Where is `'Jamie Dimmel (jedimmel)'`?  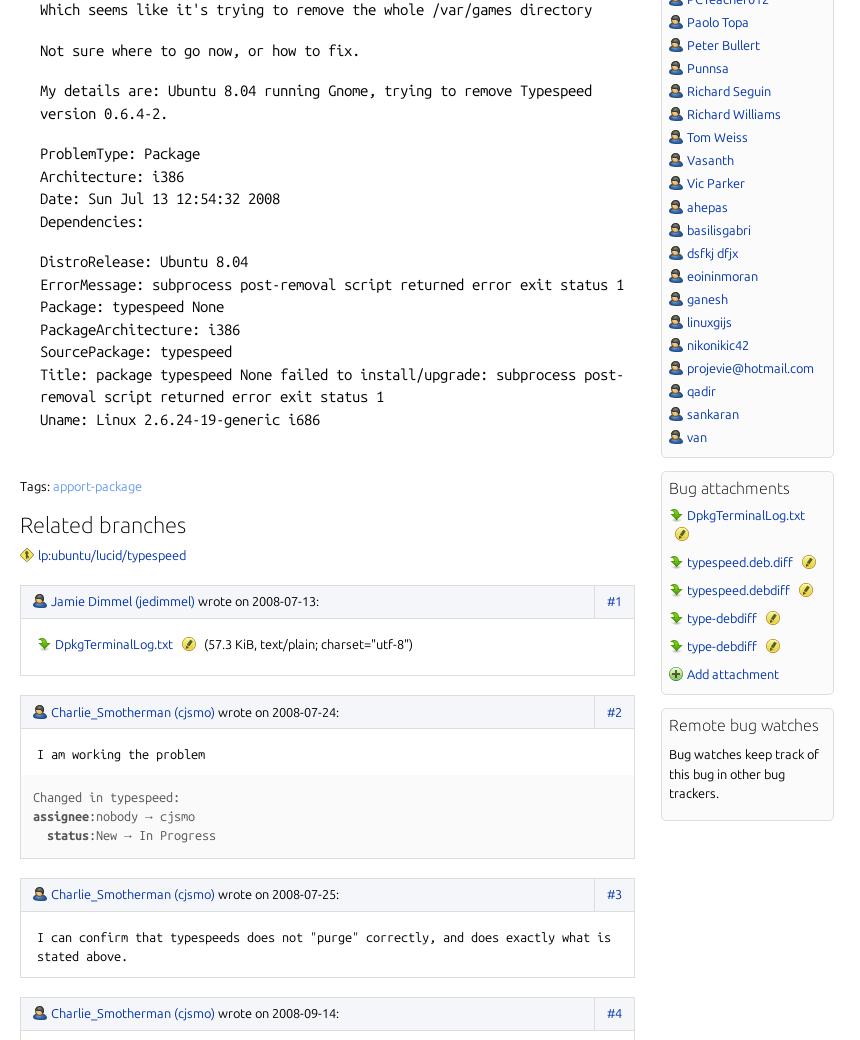 'Jamie Dimmel (jedimmel)' is located at coordinates (122, 598).